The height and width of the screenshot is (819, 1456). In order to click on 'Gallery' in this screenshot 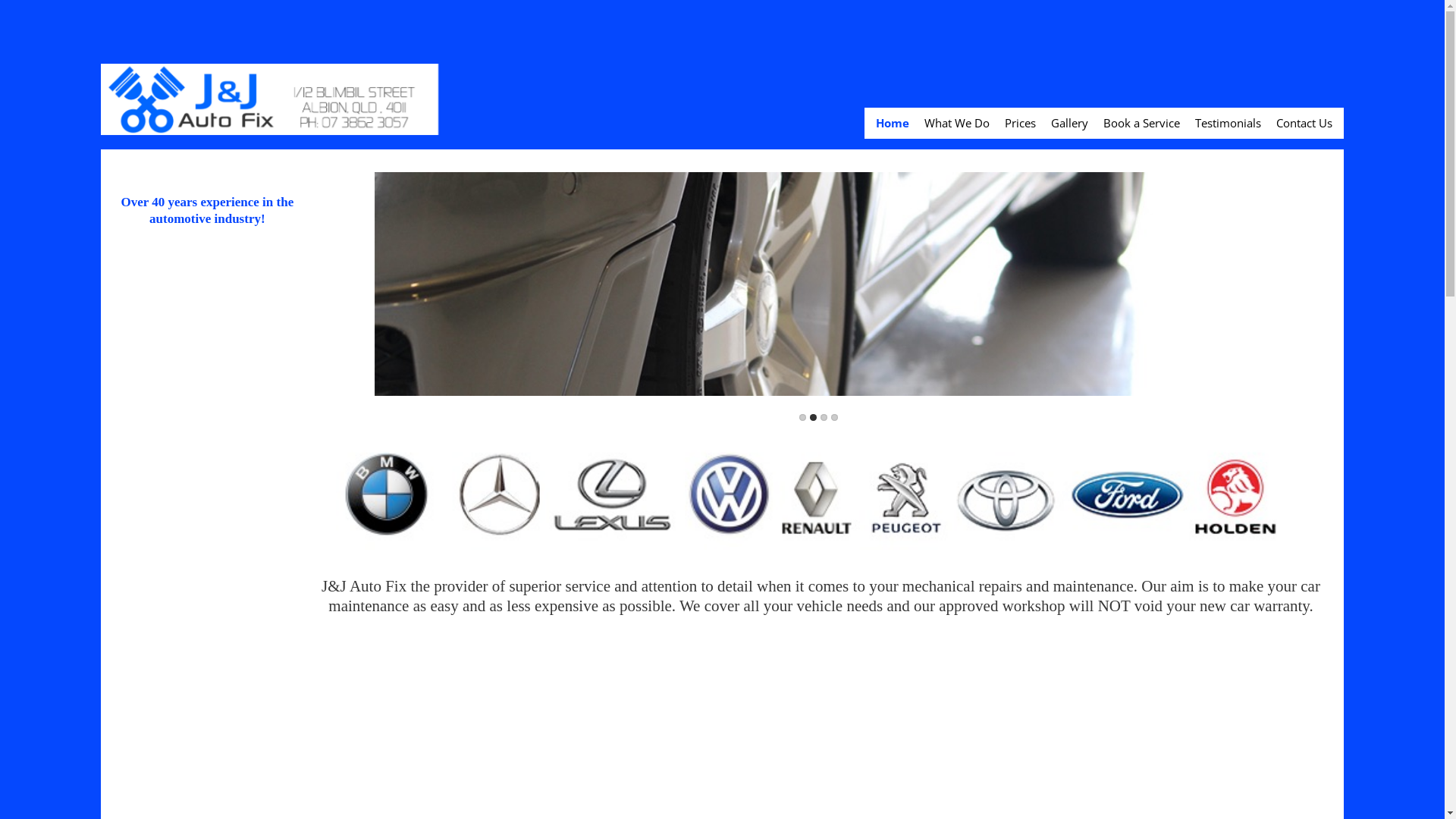, I will do `click(1068, 122)`.